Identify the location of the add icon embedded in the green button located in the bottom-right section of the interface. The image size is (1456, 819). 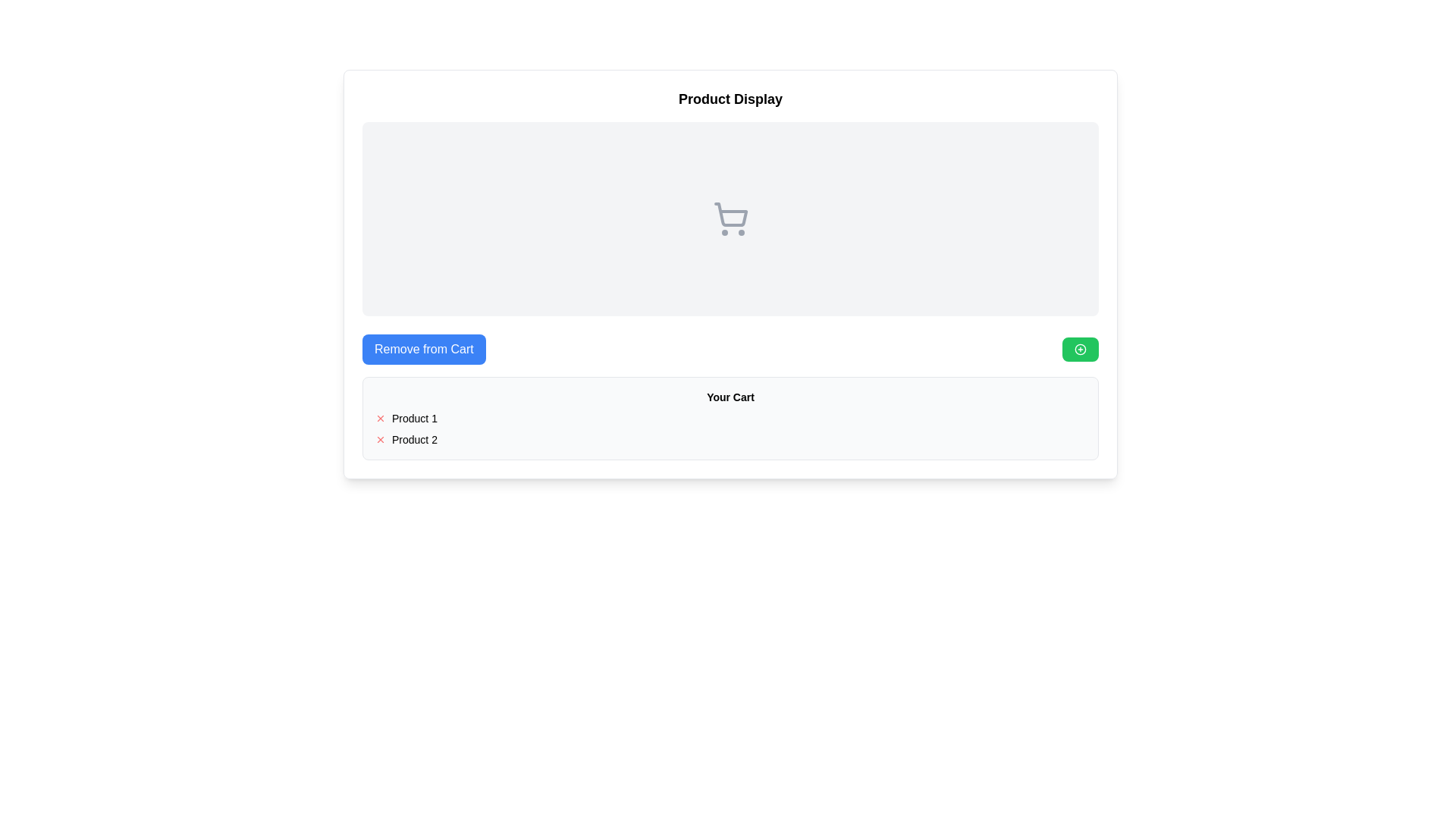
(1080, 350).